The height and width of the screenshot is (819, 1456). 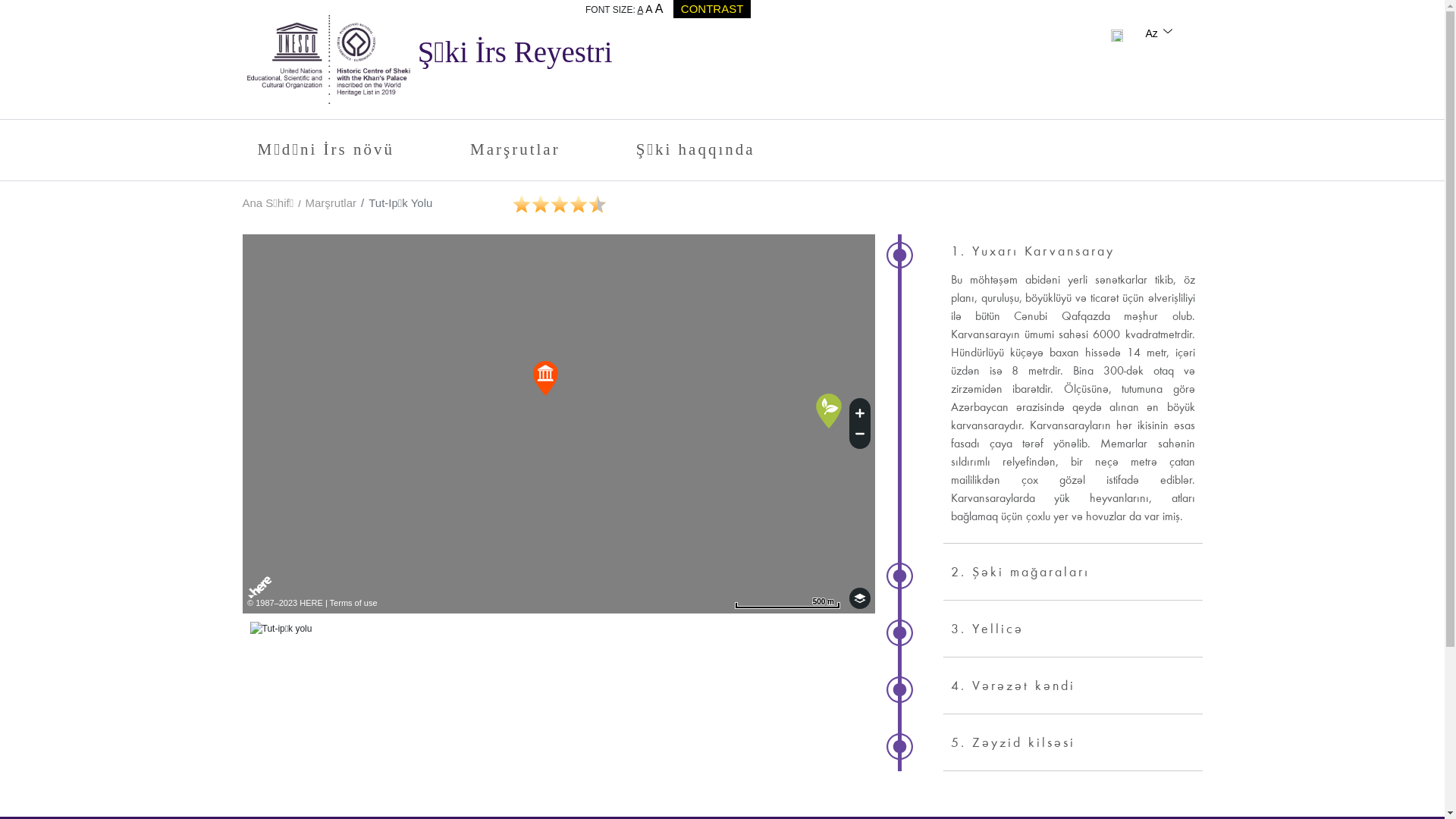 I want to click on 'A', so click(x=639, y=9).